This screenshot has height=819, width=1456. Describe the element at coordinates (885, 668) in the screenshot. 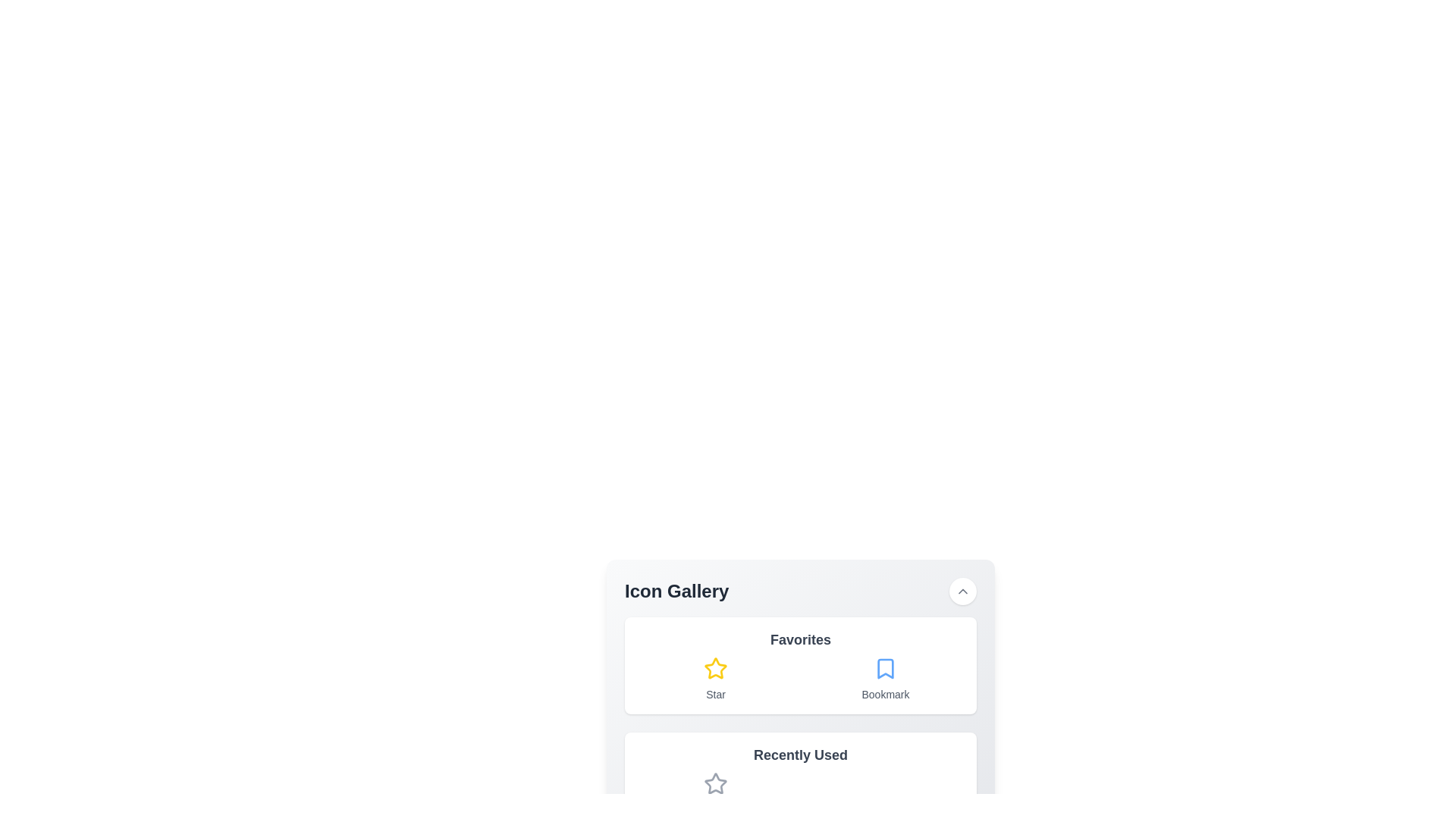

I see `the bookmark-shaped icon with a blue stroke color and rounded edges located in the 'Favorites' section` at that location.